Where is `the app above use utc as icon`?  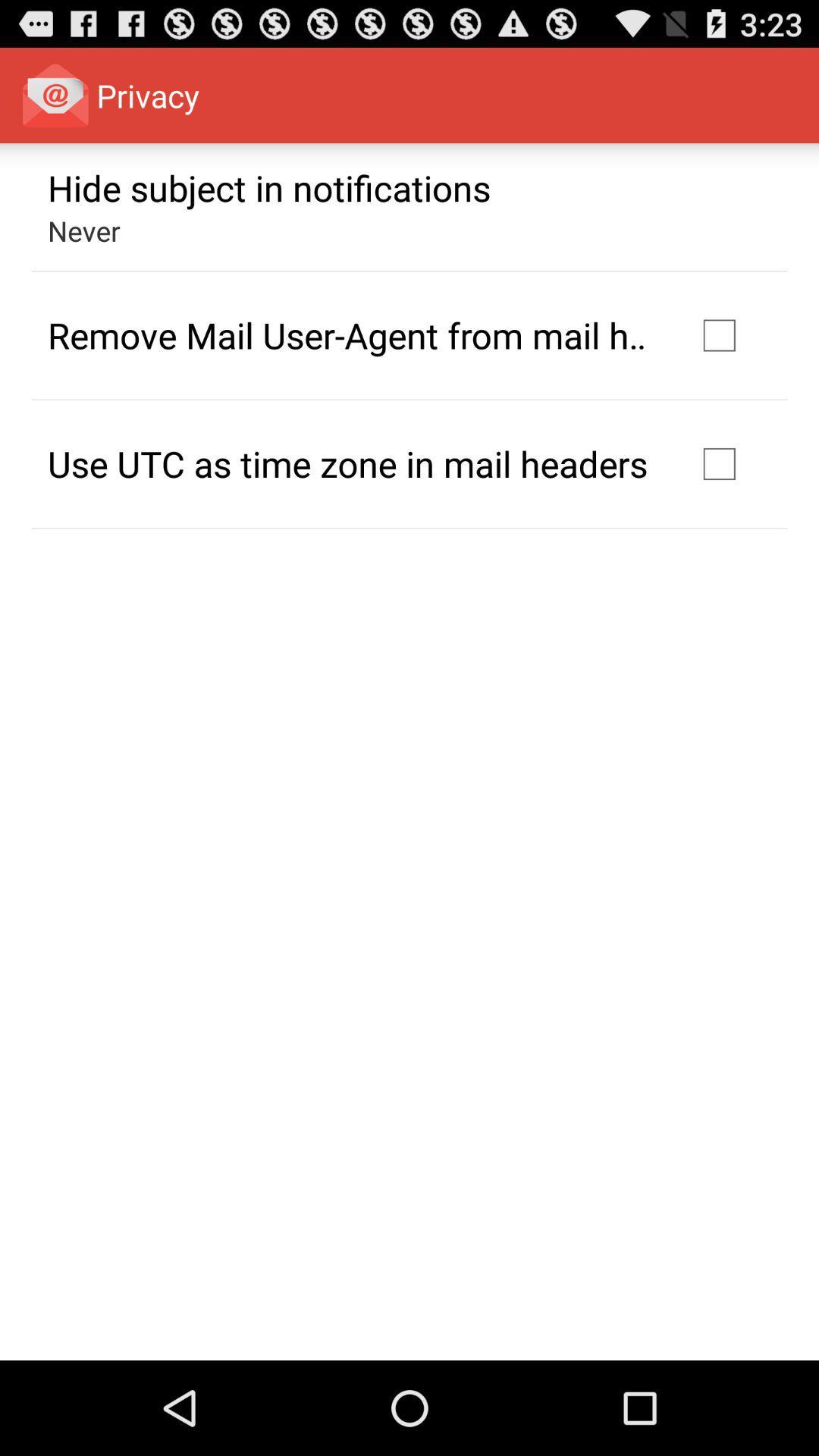 the app above use utc as icon is located at coordinates (351, 334).